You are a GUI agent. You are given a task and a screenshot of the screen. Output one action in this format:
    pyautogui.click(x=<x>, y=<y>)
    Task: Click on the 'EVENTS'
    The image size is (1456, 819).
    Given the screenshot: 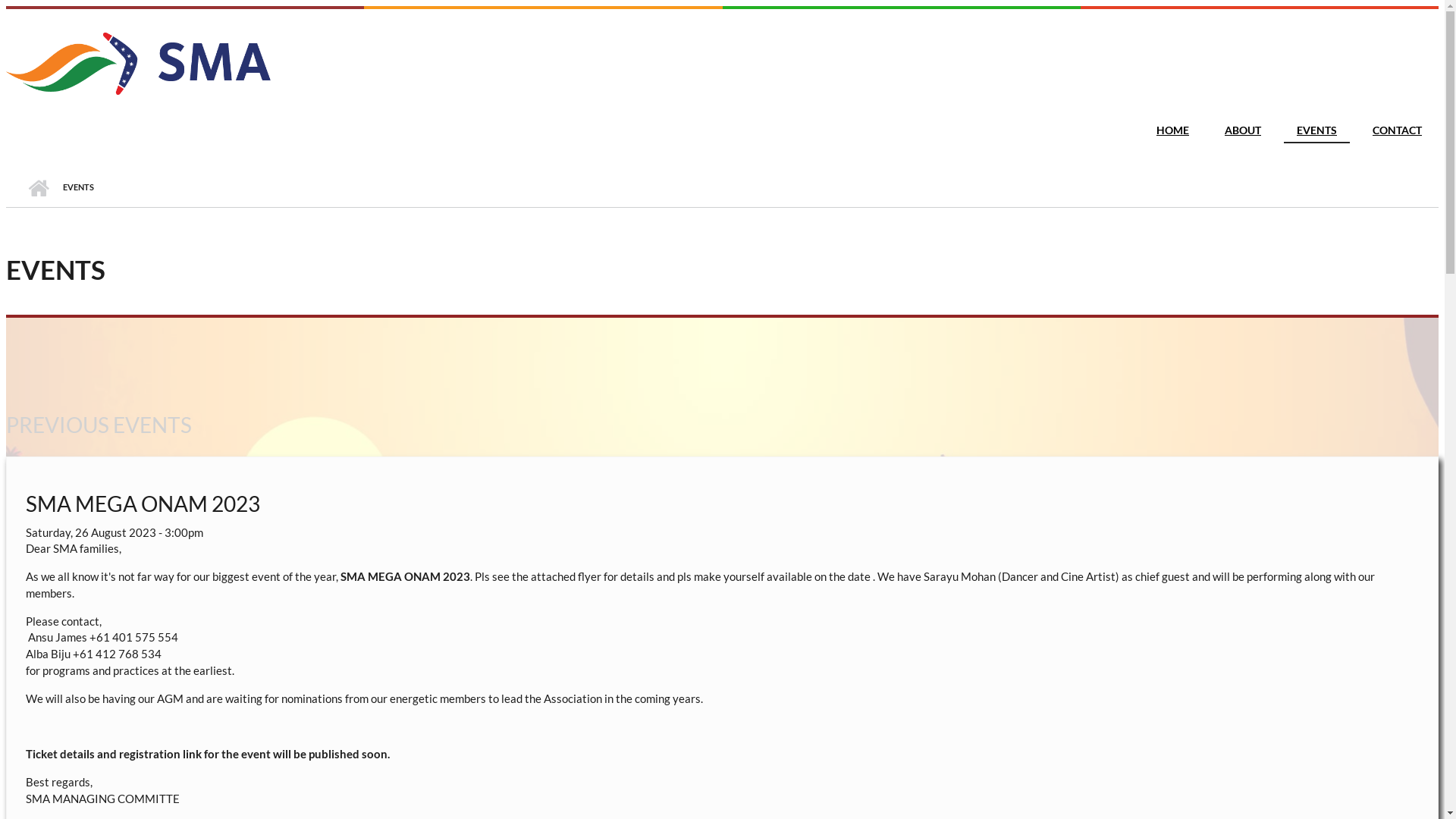 What is the action you would take?
    pyautogui.click(x=1316, y=130)
    